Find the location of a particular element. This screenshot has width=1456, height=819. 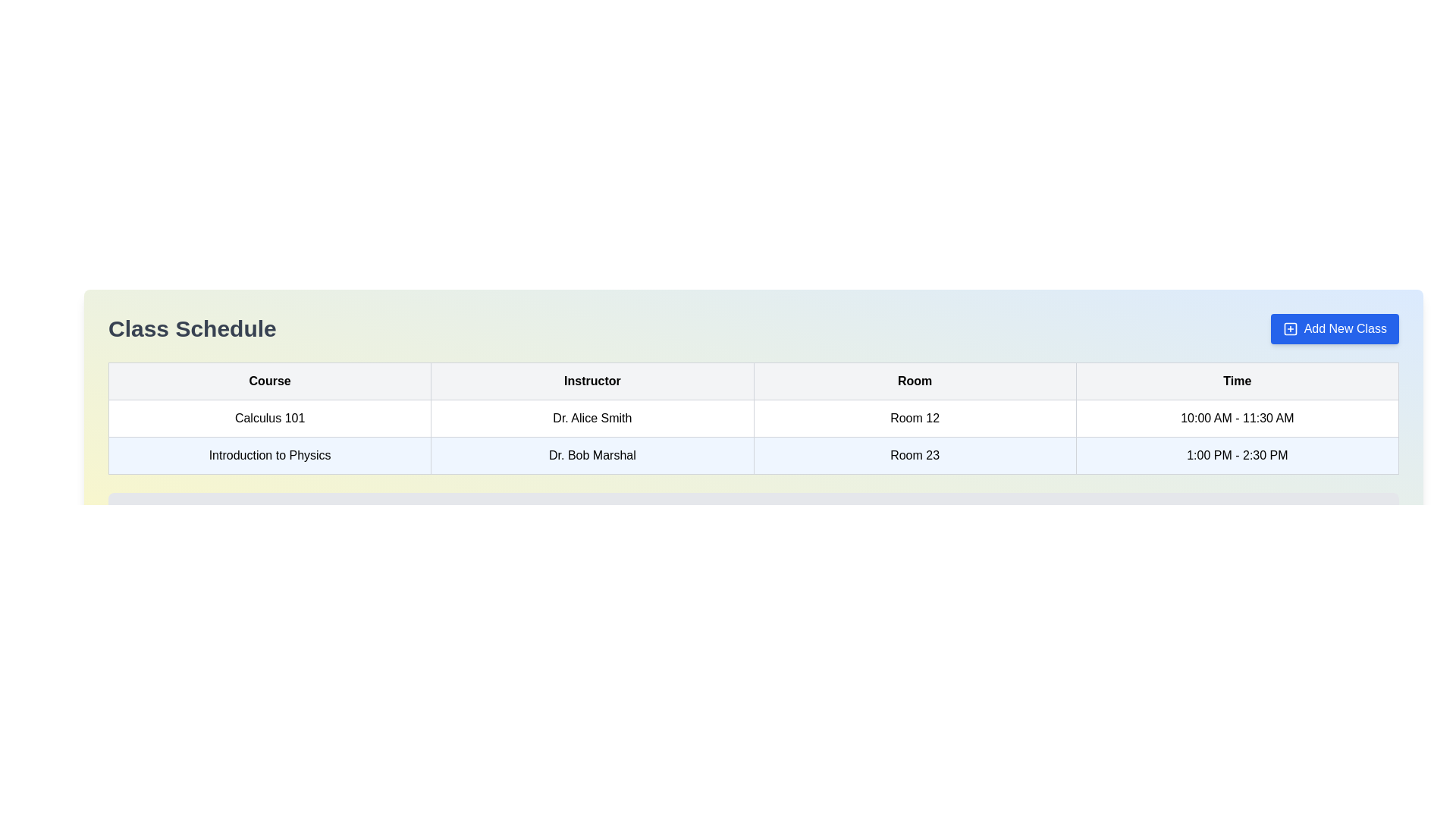

the button located at the top-right corner of the header bar titled 'Class Schedule' is located at coordinates (1335, 328).